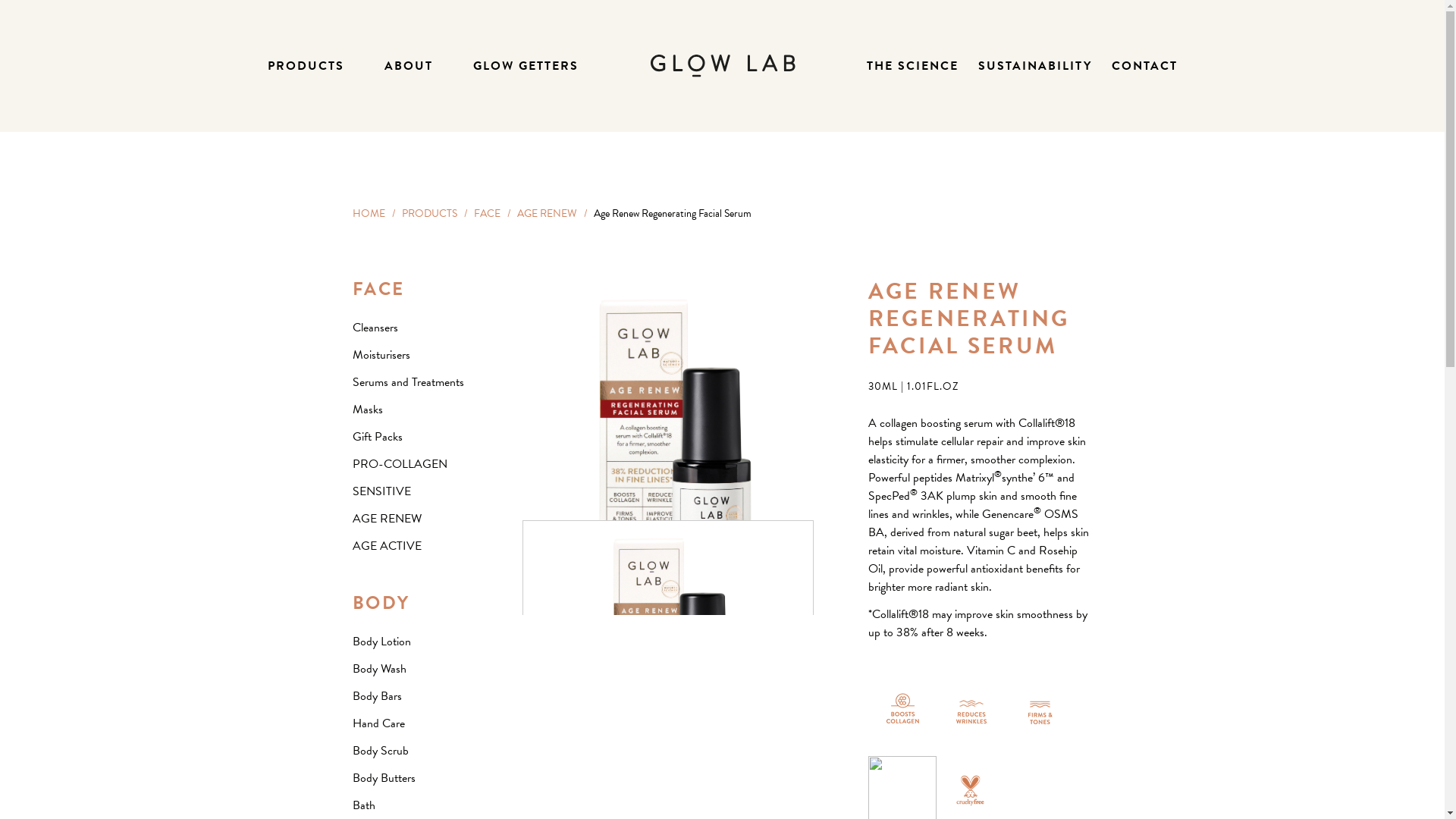  Describe the element at coordinates (667, 665) in the screenshot. I see `'Age Renew Regenerating Facial Serum'` at that location.